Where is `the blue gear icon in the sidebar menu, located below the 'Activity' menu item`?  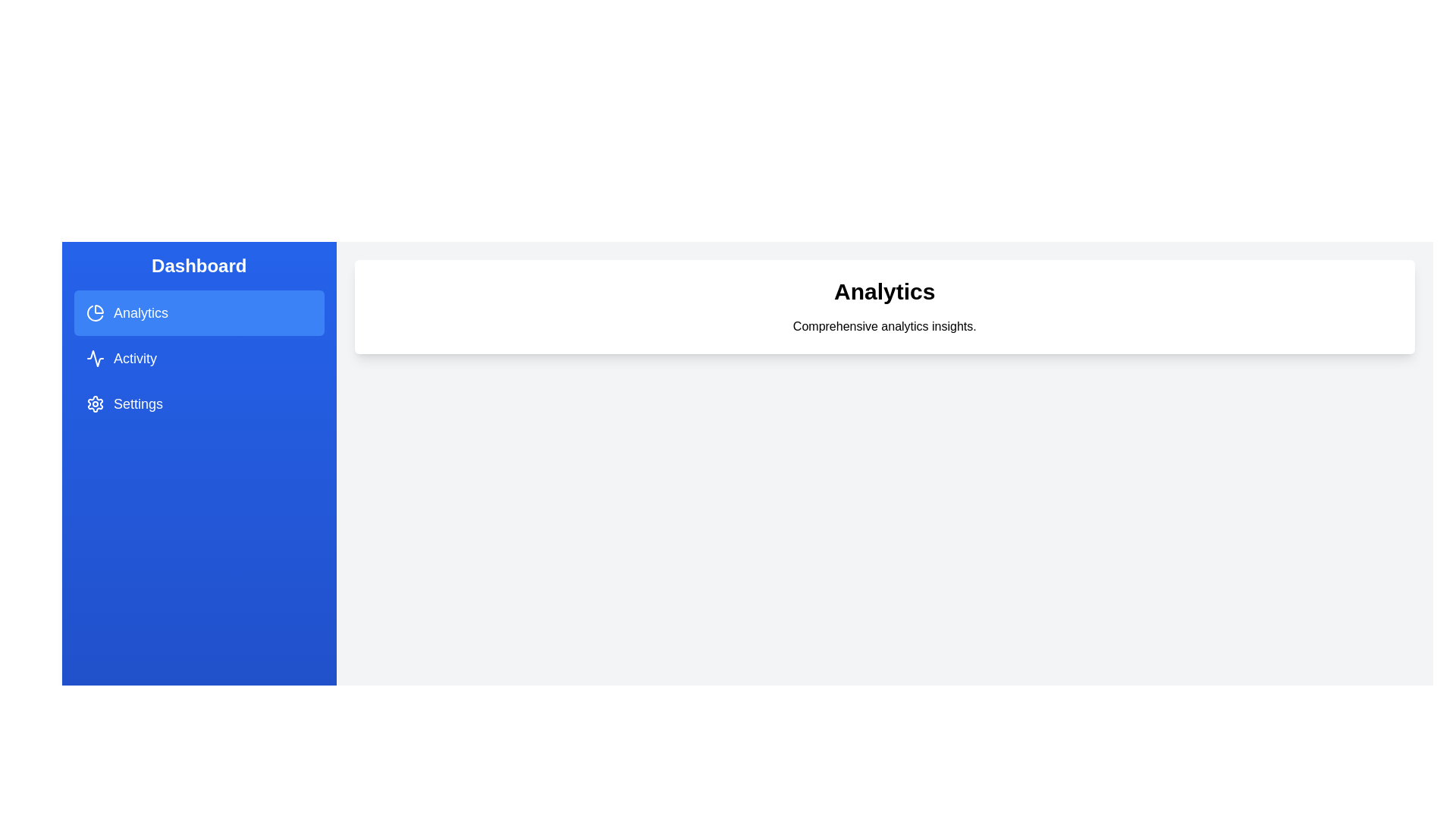
the blue gear icon in the sidebar menu, located below the 'Activity' menu item is located at coordinates (94, 403).